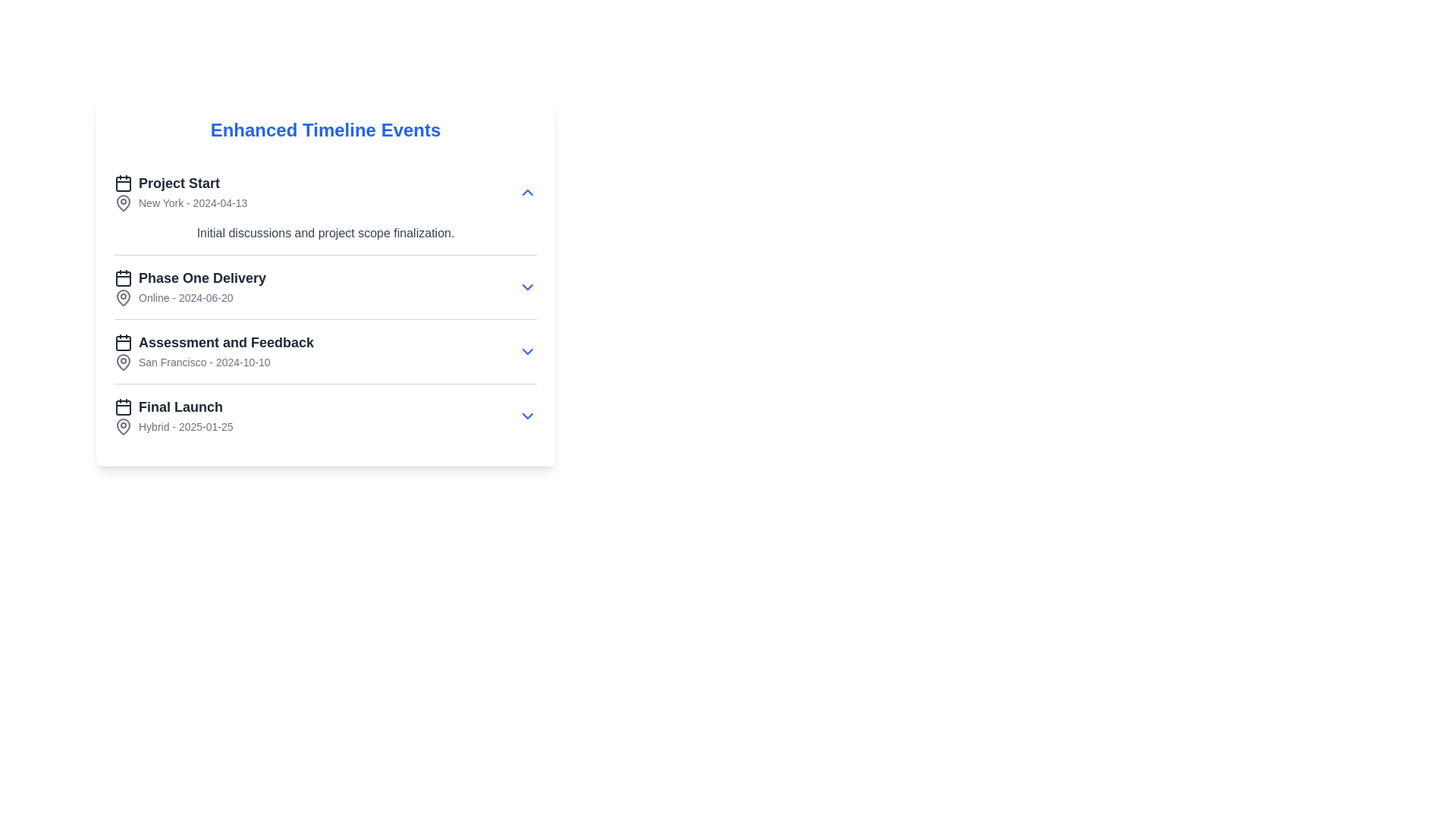 Image resolution: width=1456 pixels, height=819 pixels. I want to click on the calendar icon located in the 'Phase One Delivery' section of the timeline, which is characterized by its rectangular base with rounded corners and a row of checker boxes at the top, so click(124, 278).